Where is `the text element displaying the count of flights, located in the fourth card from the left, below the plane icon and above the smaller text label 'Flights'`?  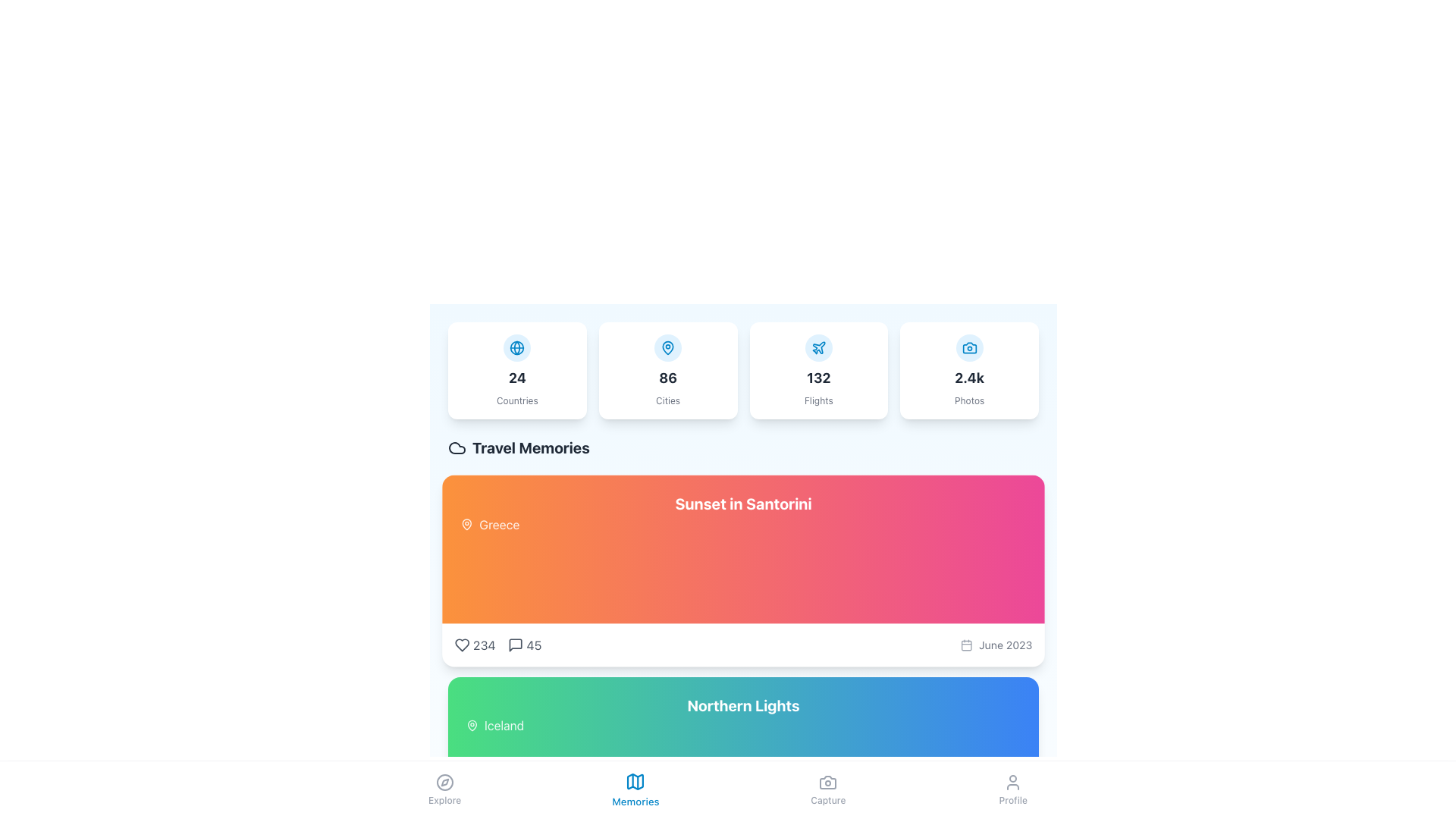 the text element displaying the count of flights, located in the fourth card from the left, below the plane icon and above the smaller text label 'Flights' is located at coordinates (817, 377).